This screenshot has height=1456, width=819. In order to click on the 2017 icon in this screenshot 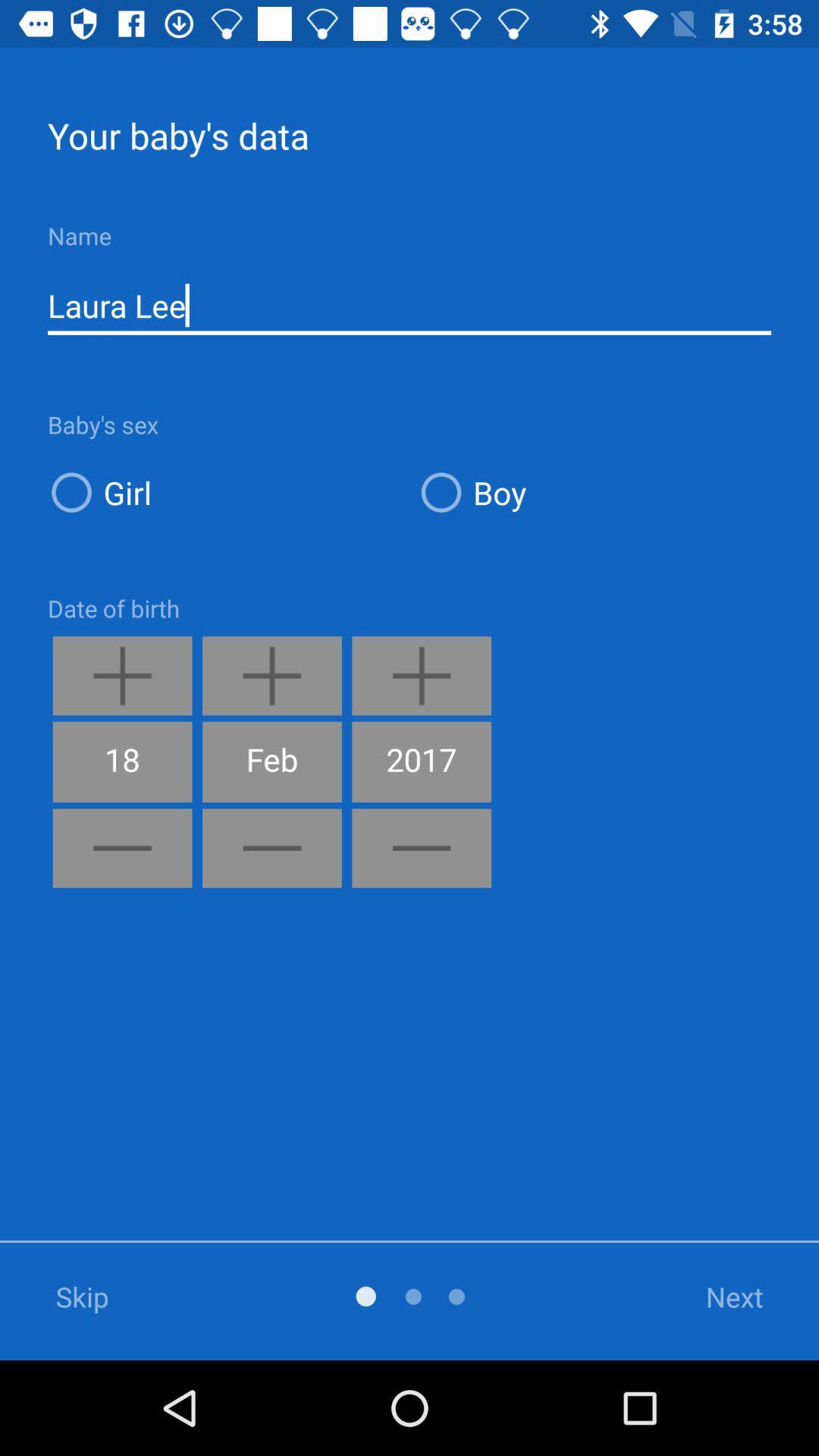, I will do `click(422, 761)`.